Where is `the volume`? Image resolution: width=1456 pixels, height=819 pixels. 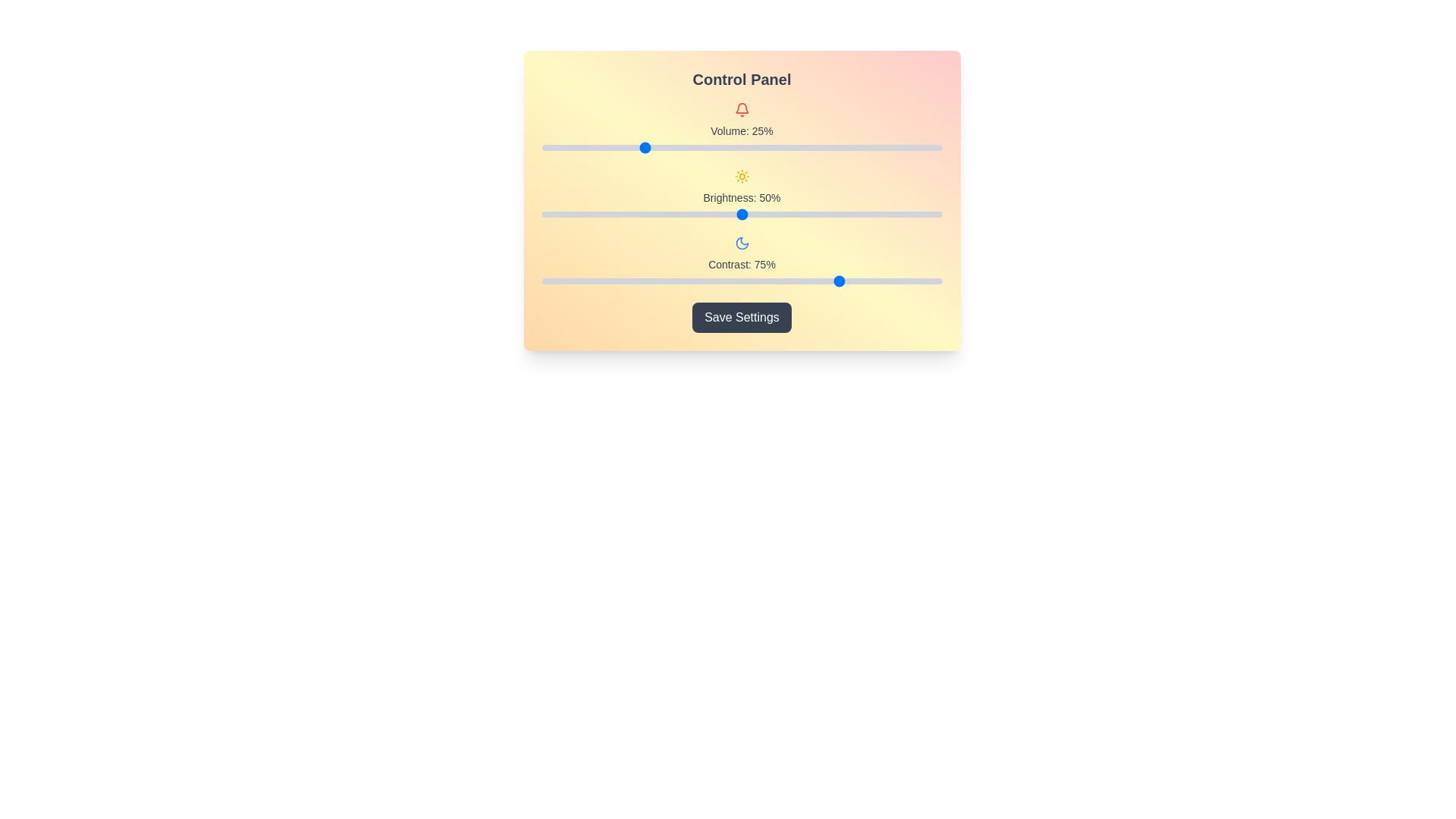
the volume is located at coordinates (638, 148).